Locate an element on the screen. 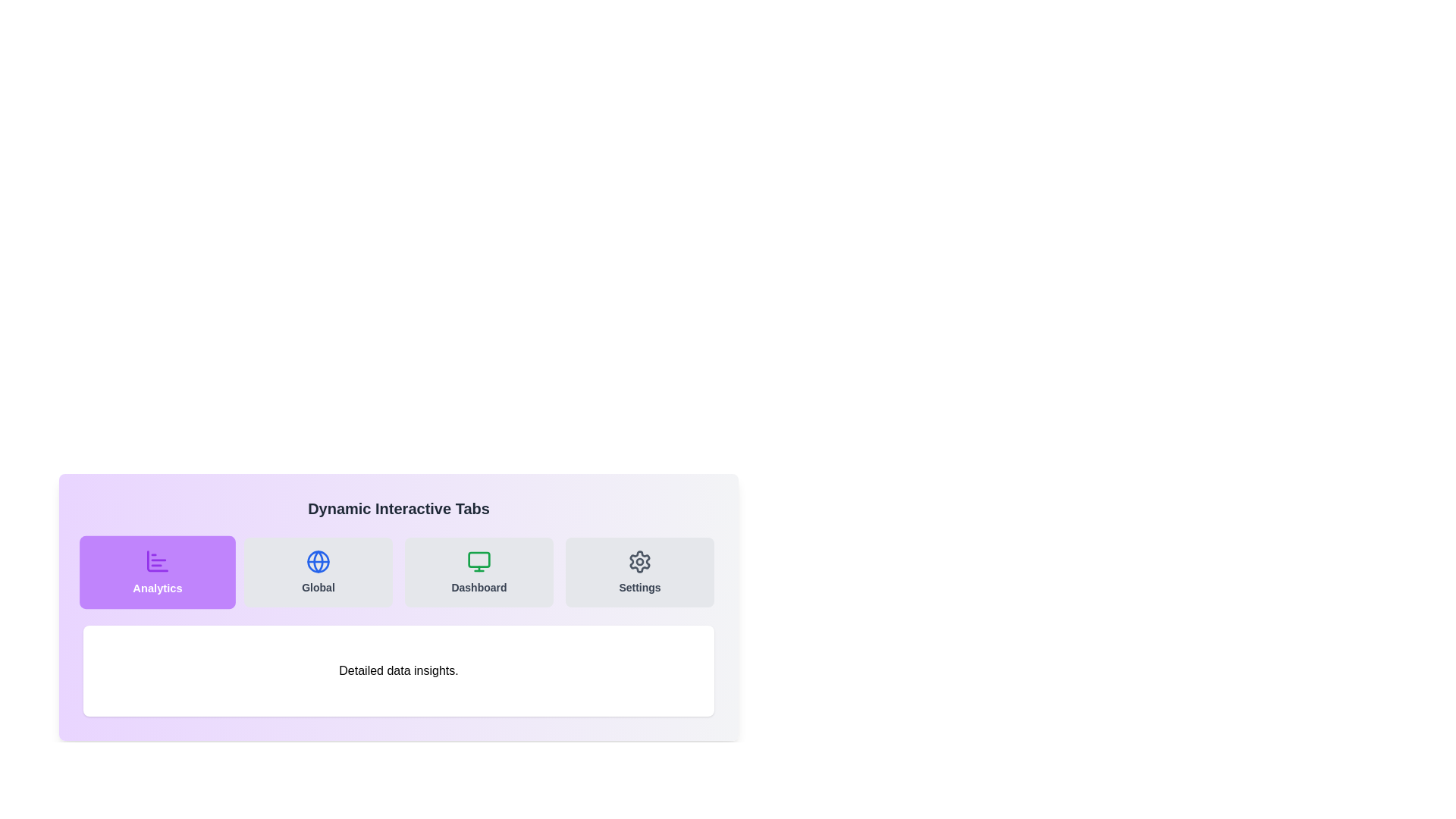 The width and height of the screenshot is (1456, 819). the 'Settings' button located in the bottom-right corner of the button grid to trigger visual feedback is located at coordinates (640, 573).